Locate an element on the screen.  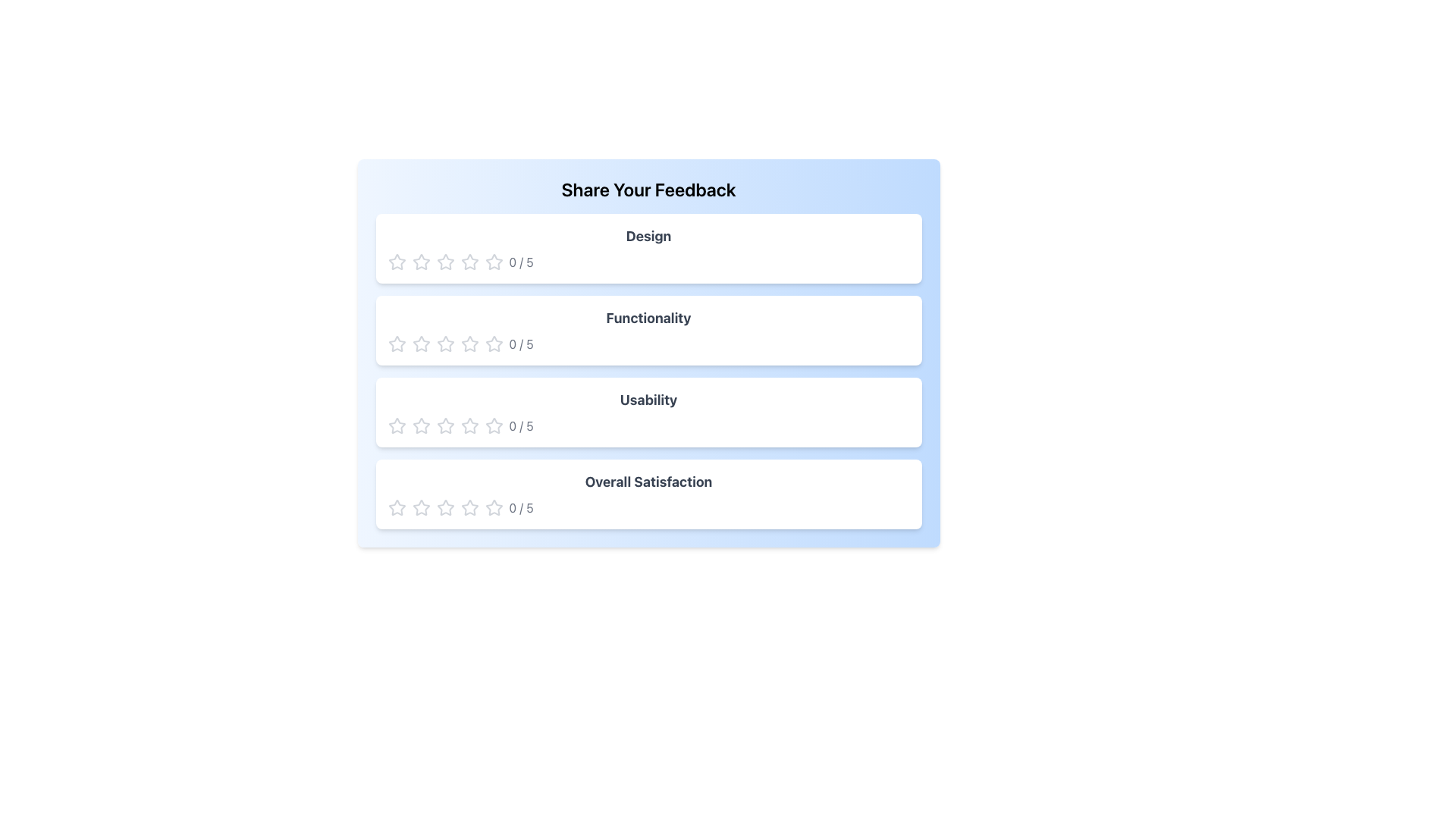
the first rating star in the 'Overall Satisfaction' section is located at coordinates (397, 508).